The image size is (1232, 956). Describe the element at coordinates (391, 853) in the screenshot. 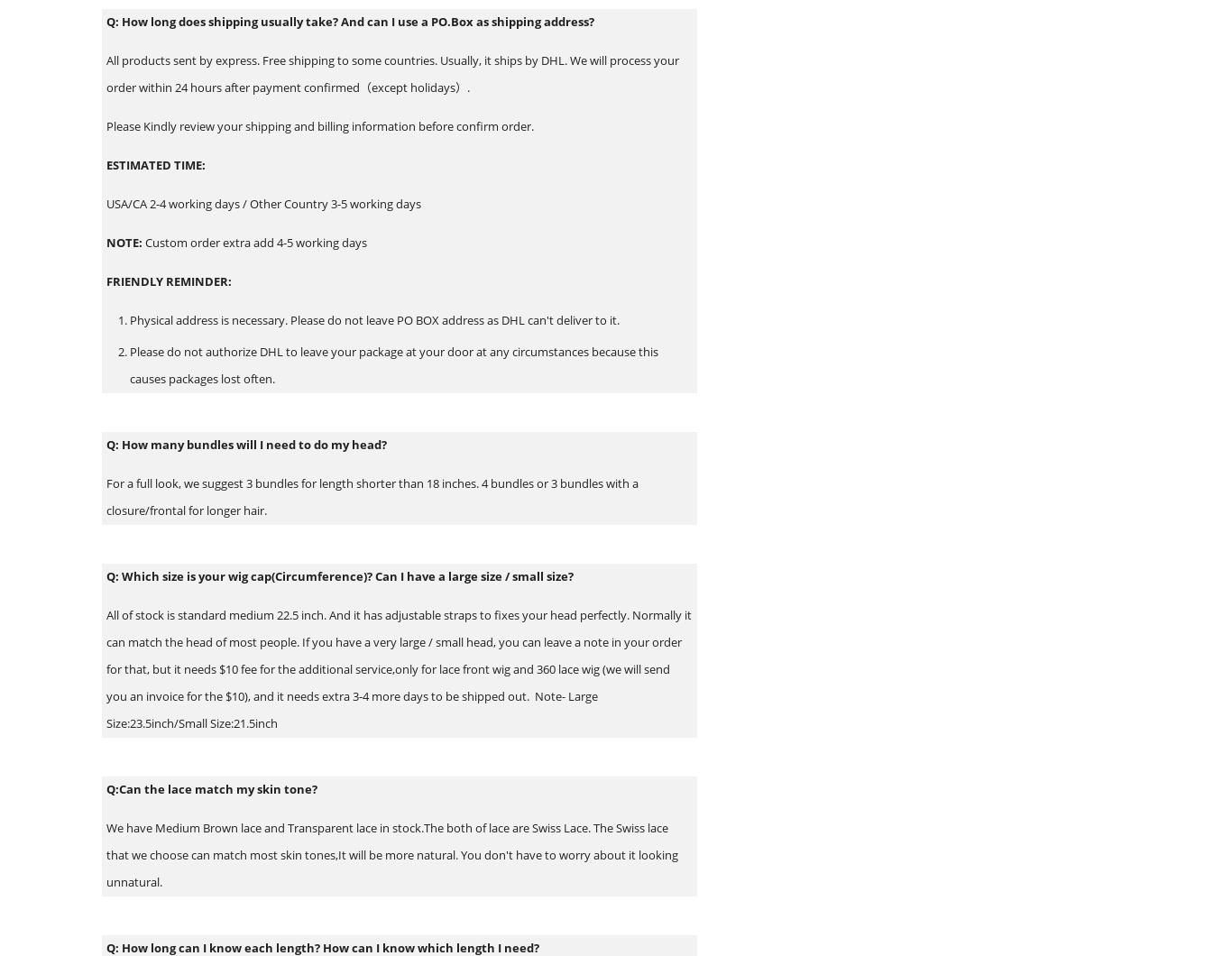

I see `'We have Medium Brown lace and Transparent lace in stock.The both of lace are Swiss Lace. The Swiss lace that we choose can match most skin tones,It will be more natural. You don't have to worry about it looking unnatural.'` at that location.